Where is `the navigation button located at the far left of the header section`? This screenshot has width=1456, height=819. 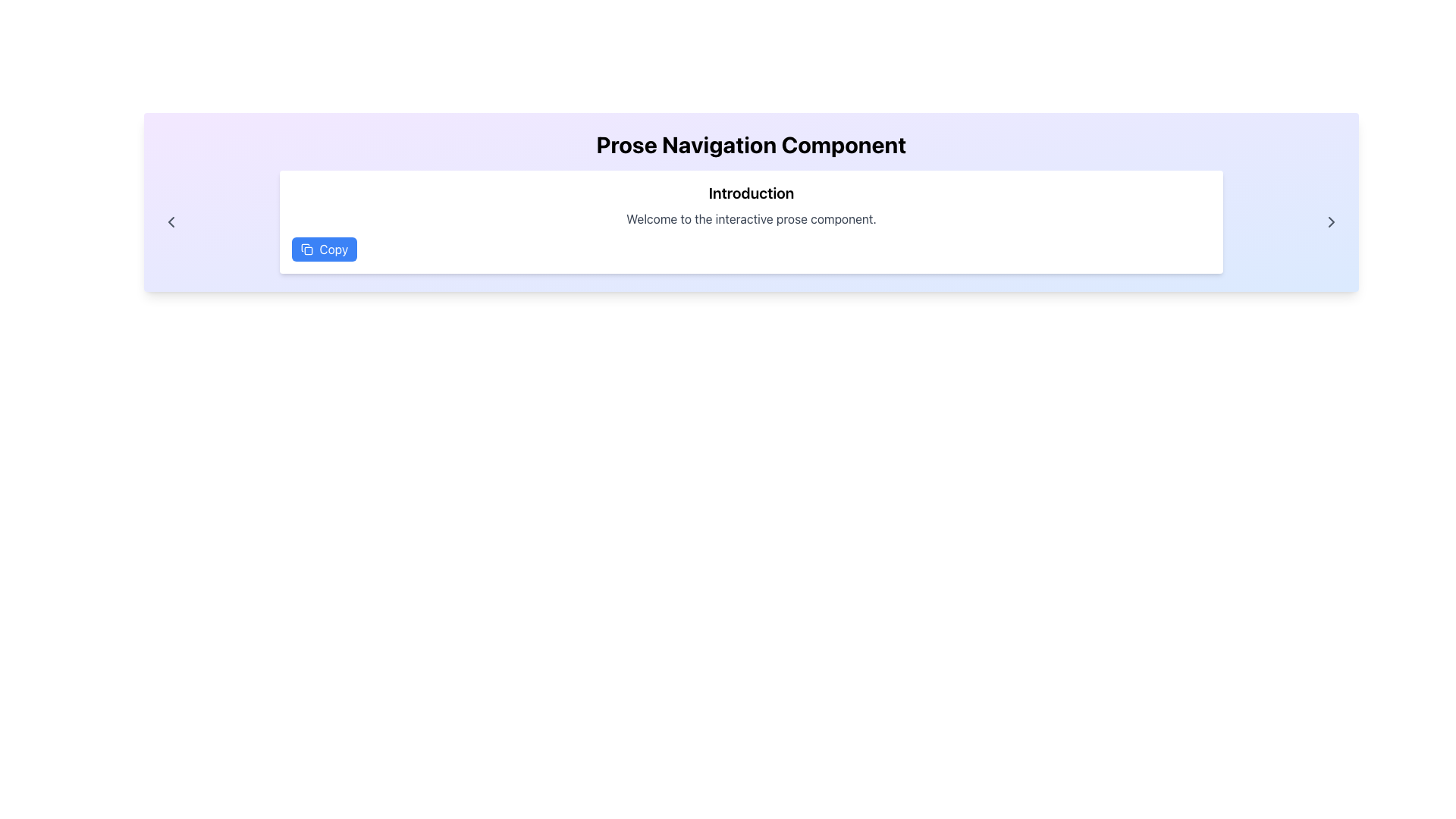
the navigation button located at the far left of the header section is located at coordinates (171, 222).